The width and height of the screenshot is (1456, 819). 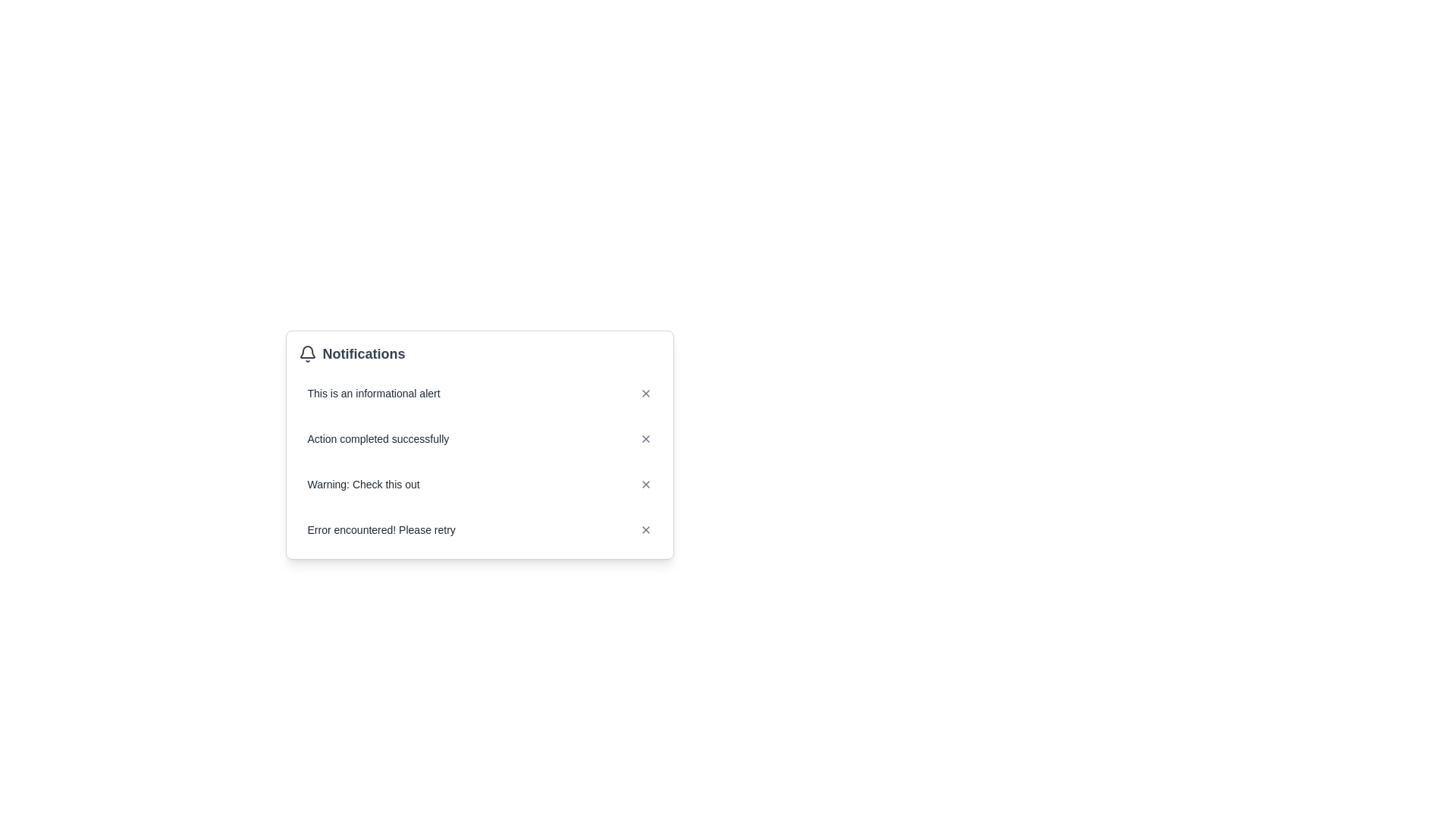 What do you see at coordinates (645, 438) in the screenshot?
I see `the gray close button resembling an 'X'` at bounding box center [645, 438].